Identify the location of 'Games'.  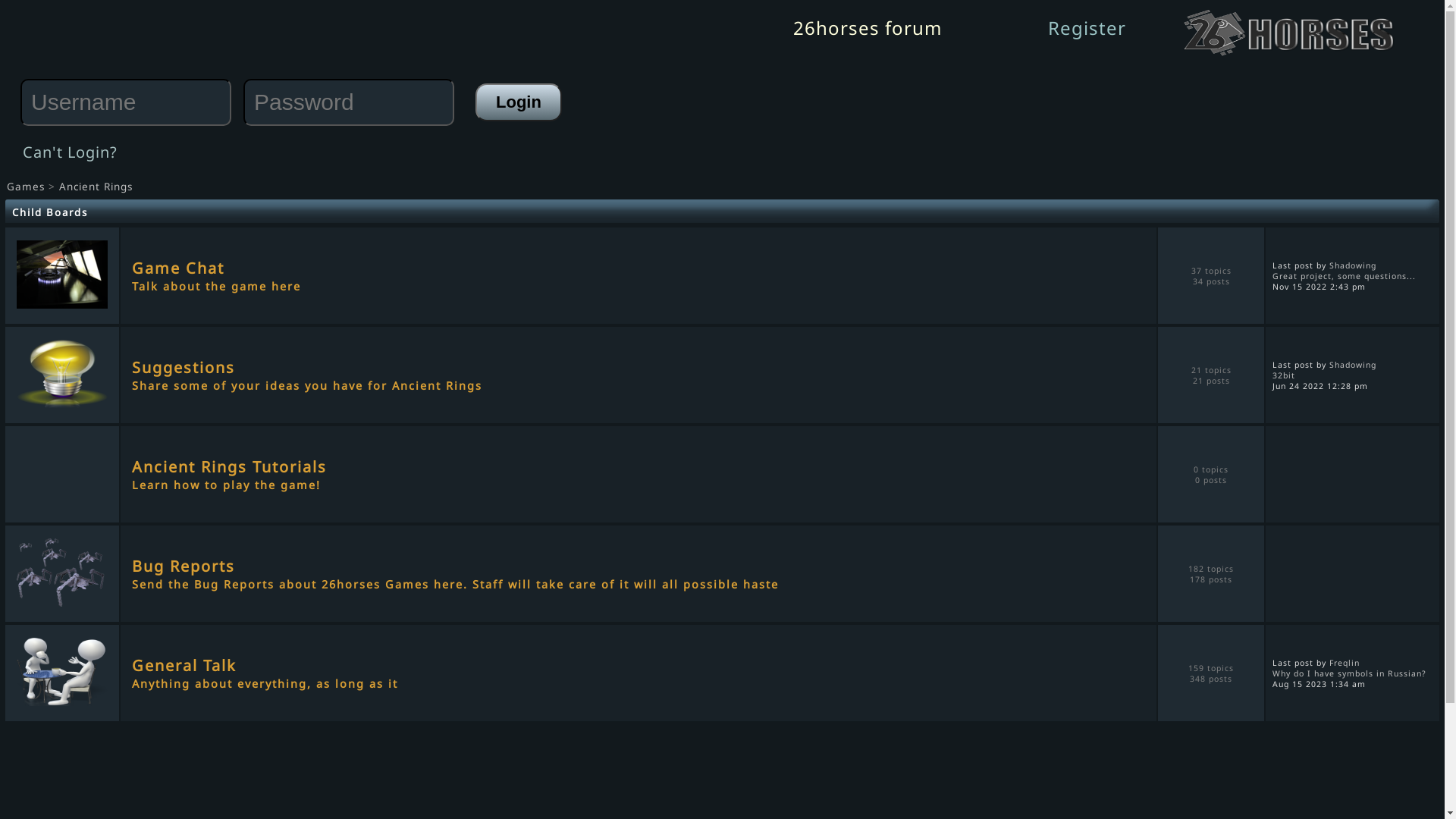
(25, 186).